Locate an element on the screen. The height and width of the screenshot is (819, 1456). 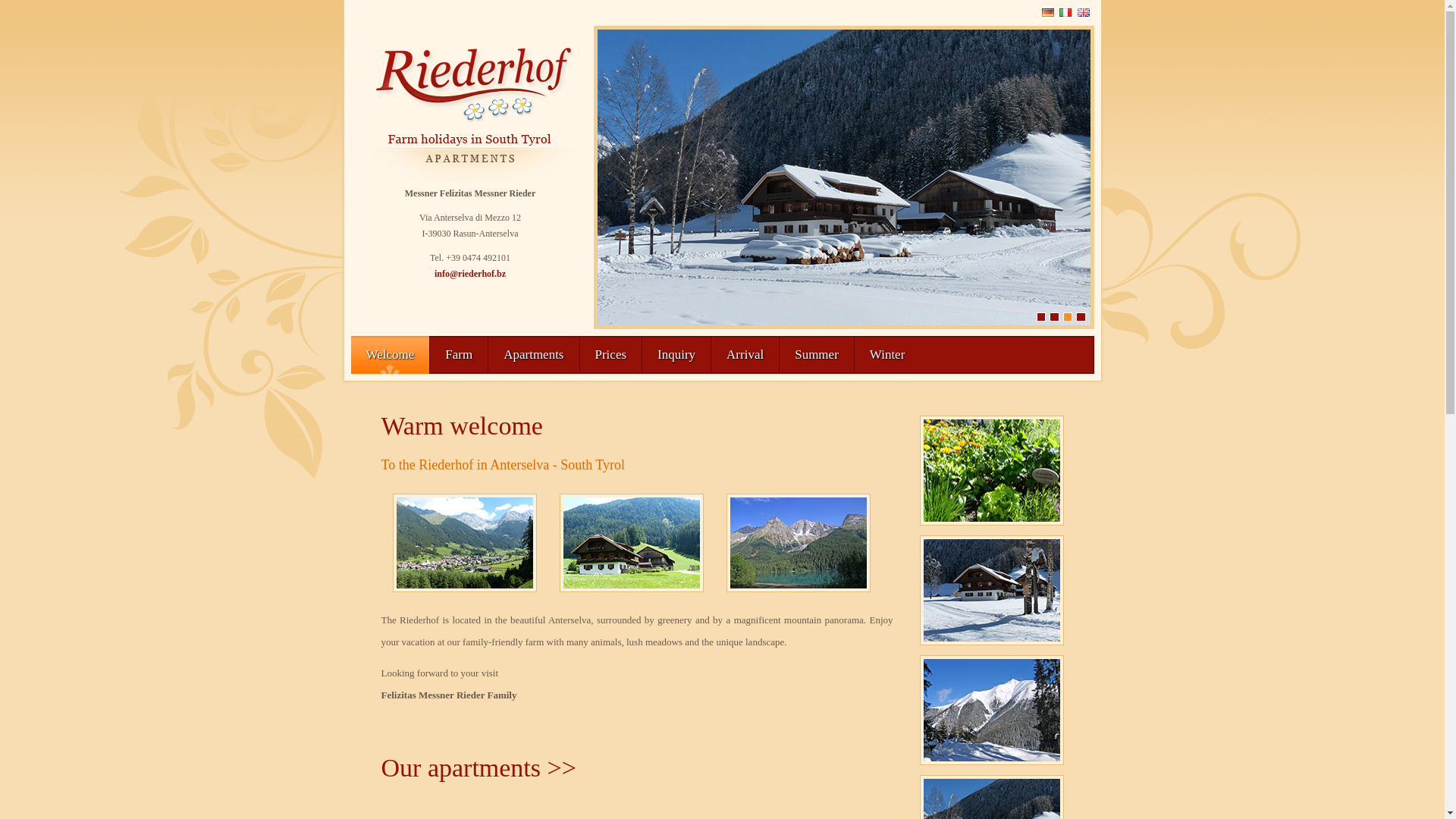
'Winter' is located at coordinates (855, 354).